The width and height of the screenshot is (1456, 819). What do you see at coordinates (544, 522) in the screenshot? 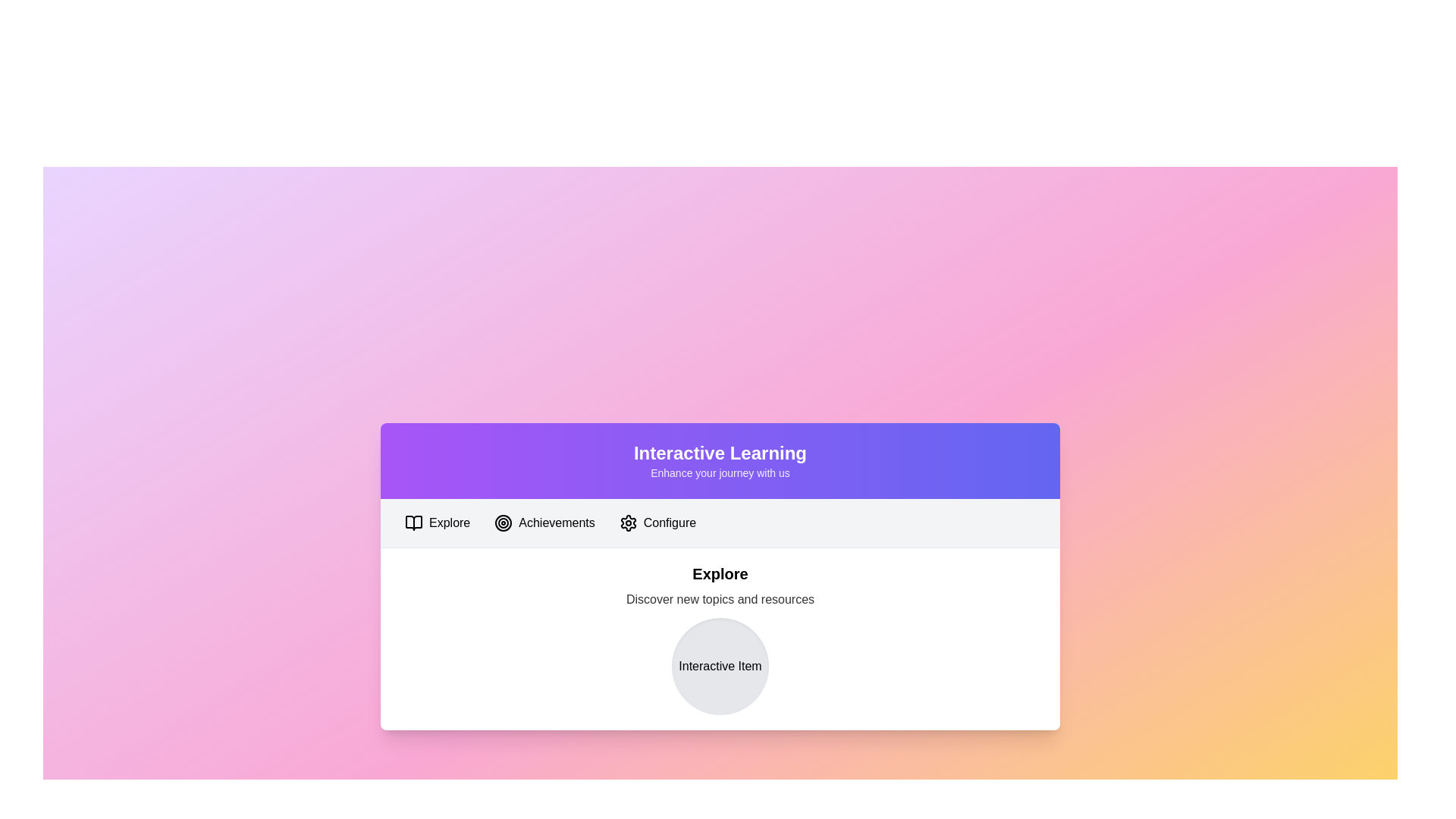
I see `the tab labeled Achievements` at bounding box center [544, 522].